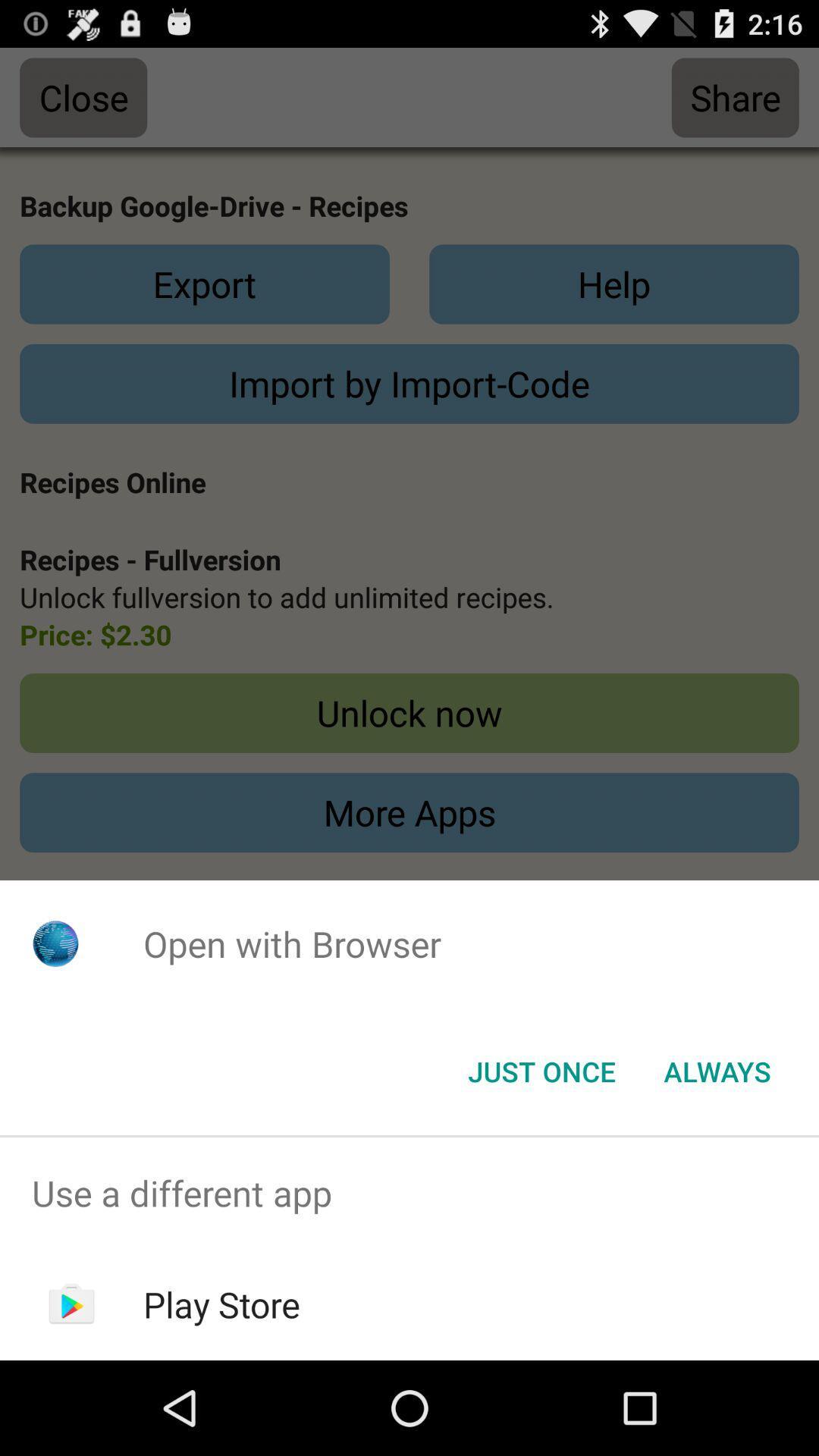  Describe the element at coordinates (717, 1070) in the screenshot. I see `always` at that location.